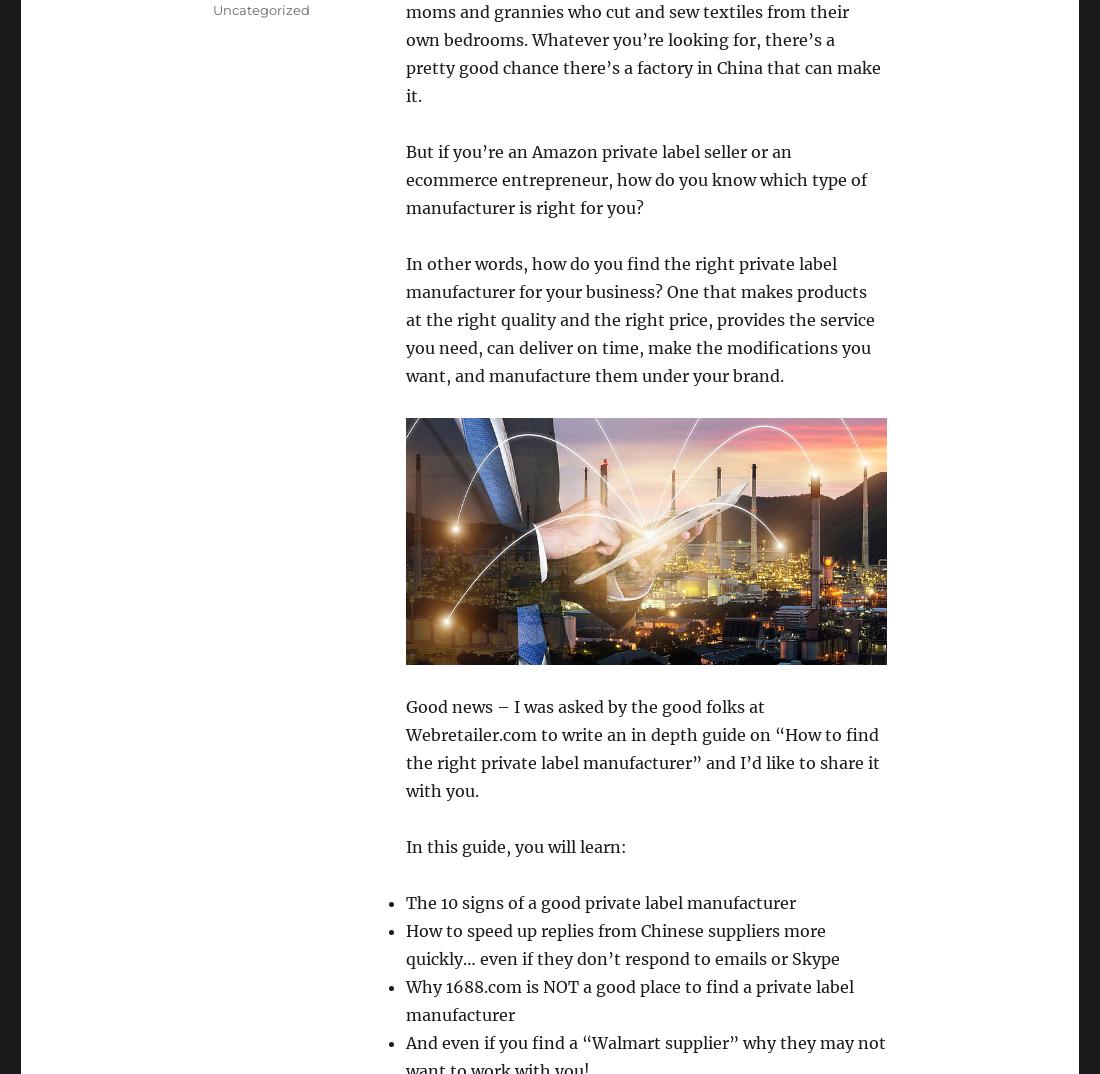 The width and height of the screenshot is (1100, 1074). What do you see at coordinates (639, 318) in the screenshot?
I see `'how do you find the right private label manufacturer for your business? One that makes products at the right quality and the right price, provides the service you need, can deliver on time, make the modifications you want, and manufacture them under your brand.'` at bounding box center [639, 318].